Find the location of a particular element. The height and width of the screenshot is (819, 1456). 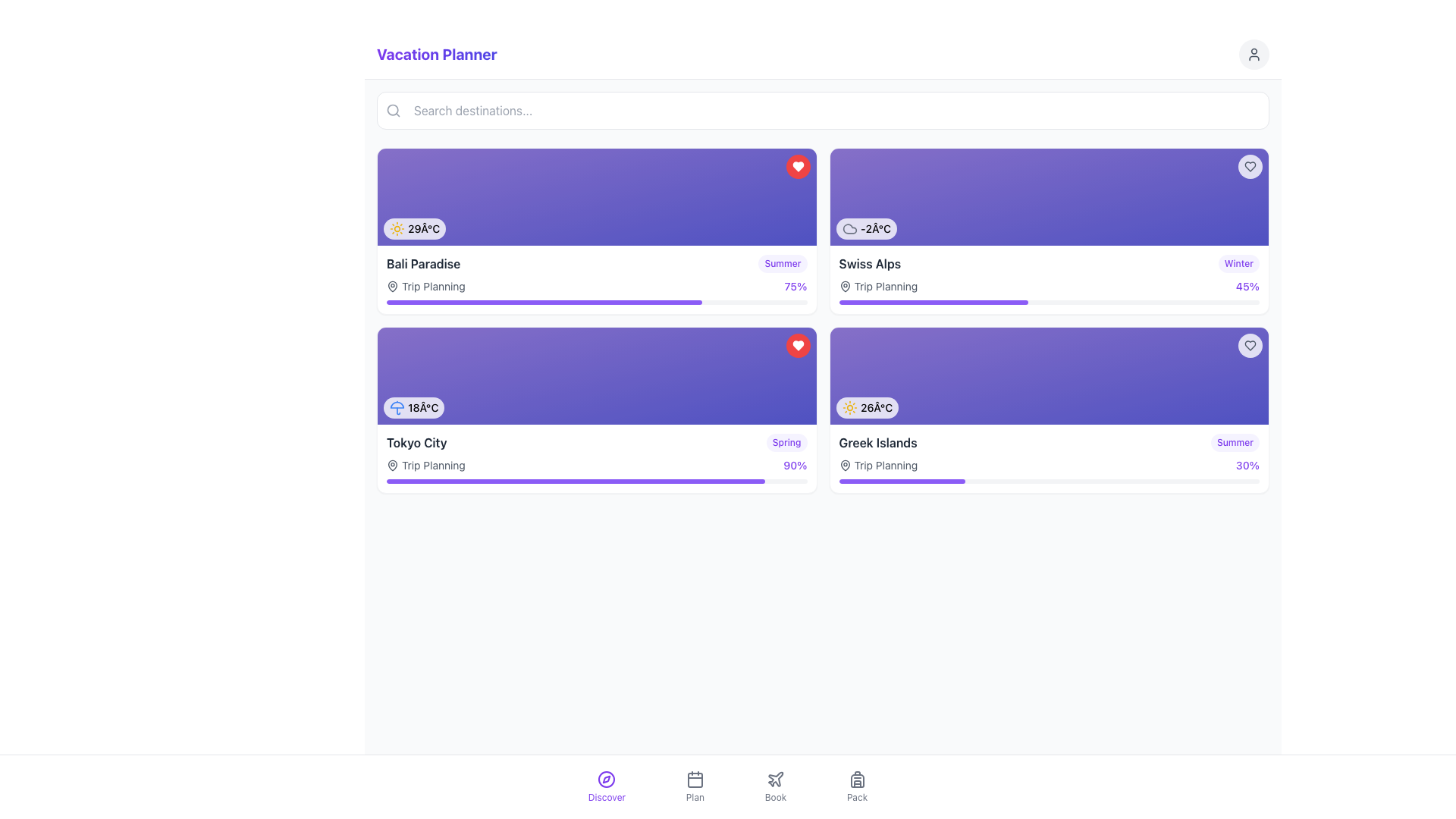

visually represented value of the progress bar located at the bottom of the 'Swiss Alps' card, which shows a 45% filled purple segment is located at coordinates (1048, 302).